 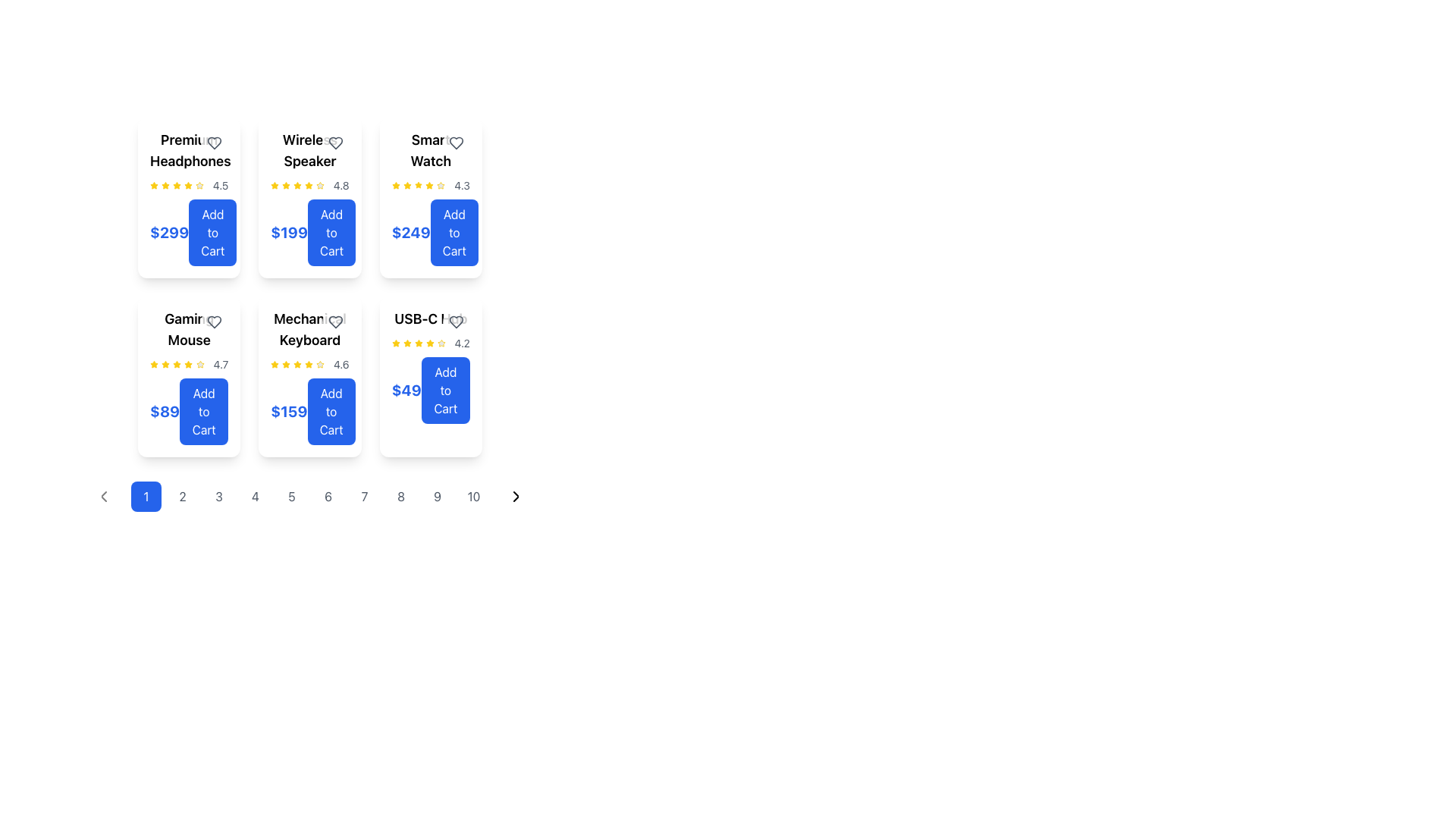 I want to click on the static text display showing '4.3', which is styled in gray and positioned to the right of yellow star icons in the first row, third column of the product card, so click(x=461, y=185).